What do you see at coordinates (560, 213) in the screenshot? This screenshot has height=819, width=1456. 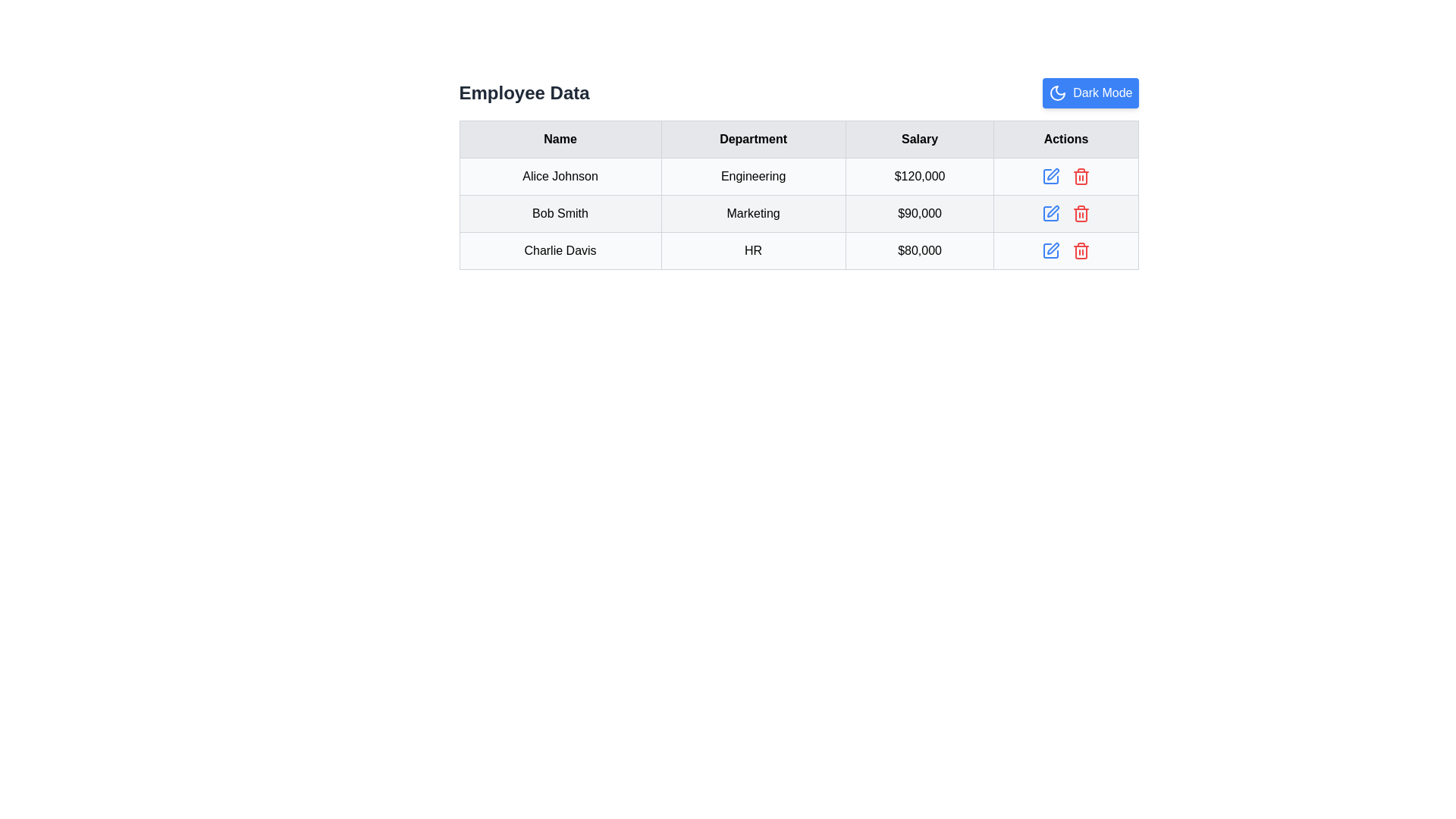 I see `the text label displaying 'Bob Smith' in the second row and first column of the table, which is located below 'Alice Johnson' and to the left of 'Marketing'` at bounding box center [560, 213].